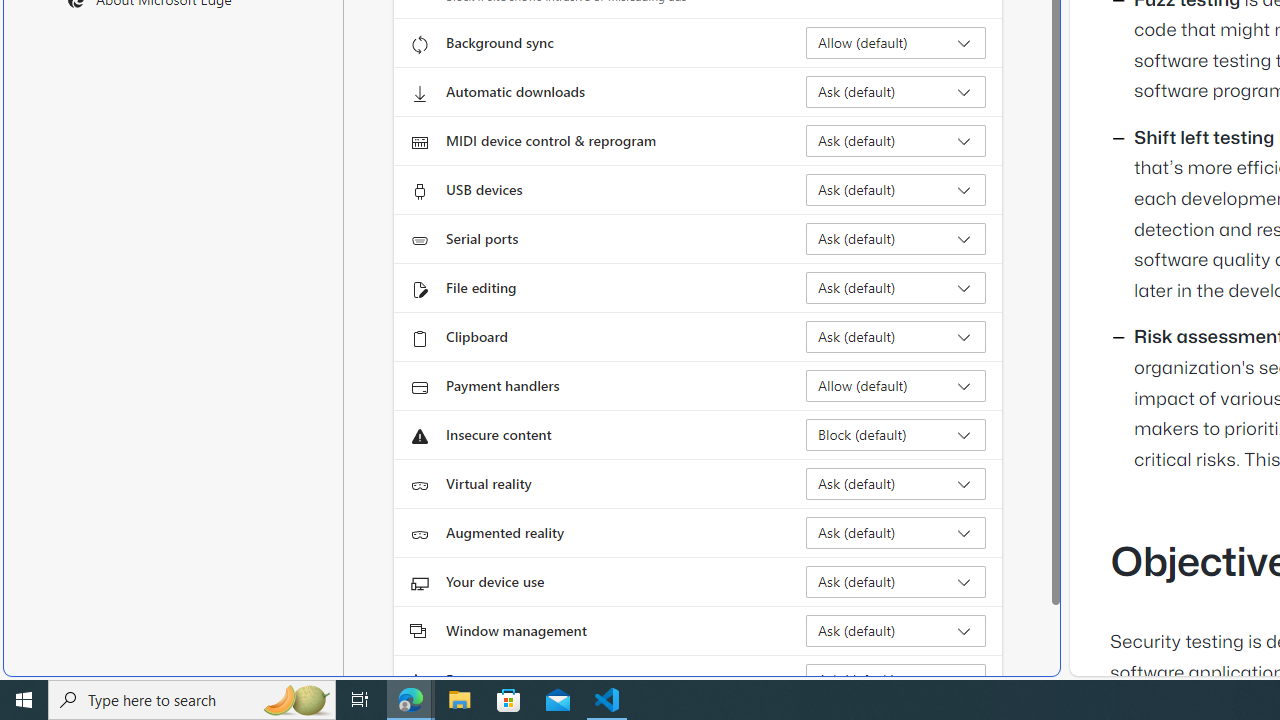  What do you see at coordinates (895, 190) in the screenshot?
I see `'USB devices Ask (default)'` at bounding box center [895, 190].